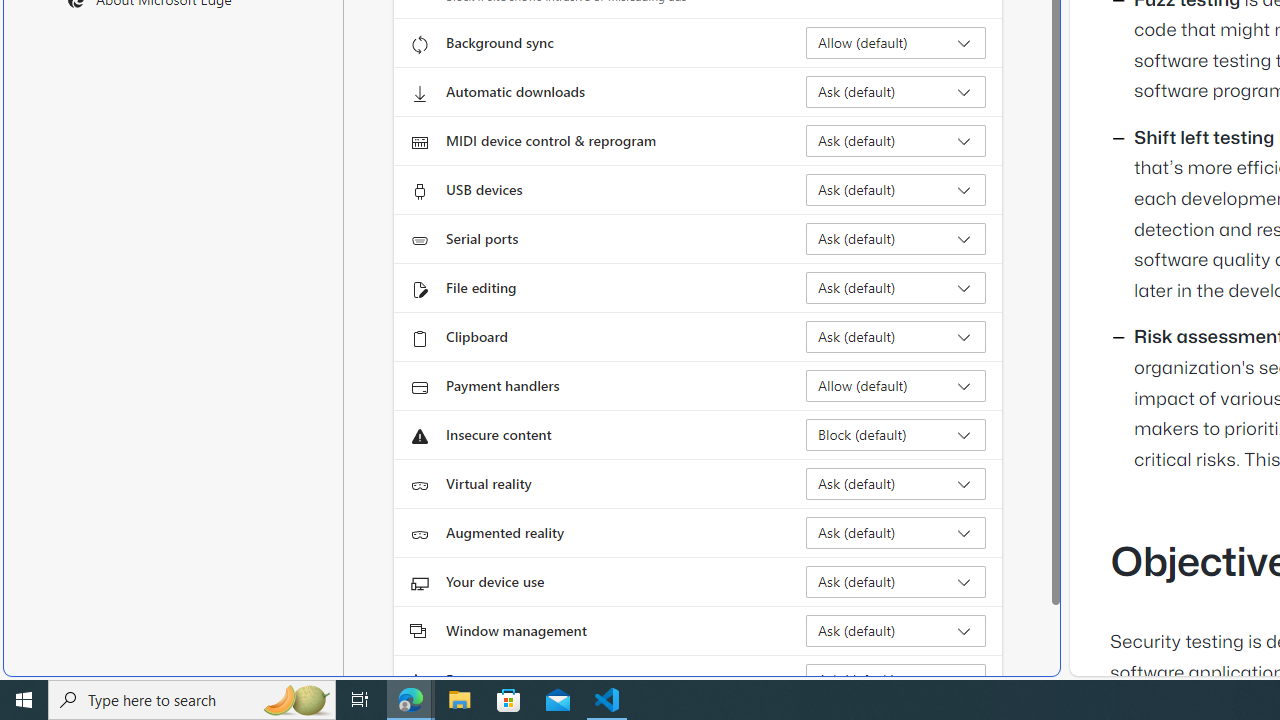  What do you see at coordinates (895, 190) in the screenshot?
I see `'USB devices Ask (default)'` at bounding box center [895, 190].